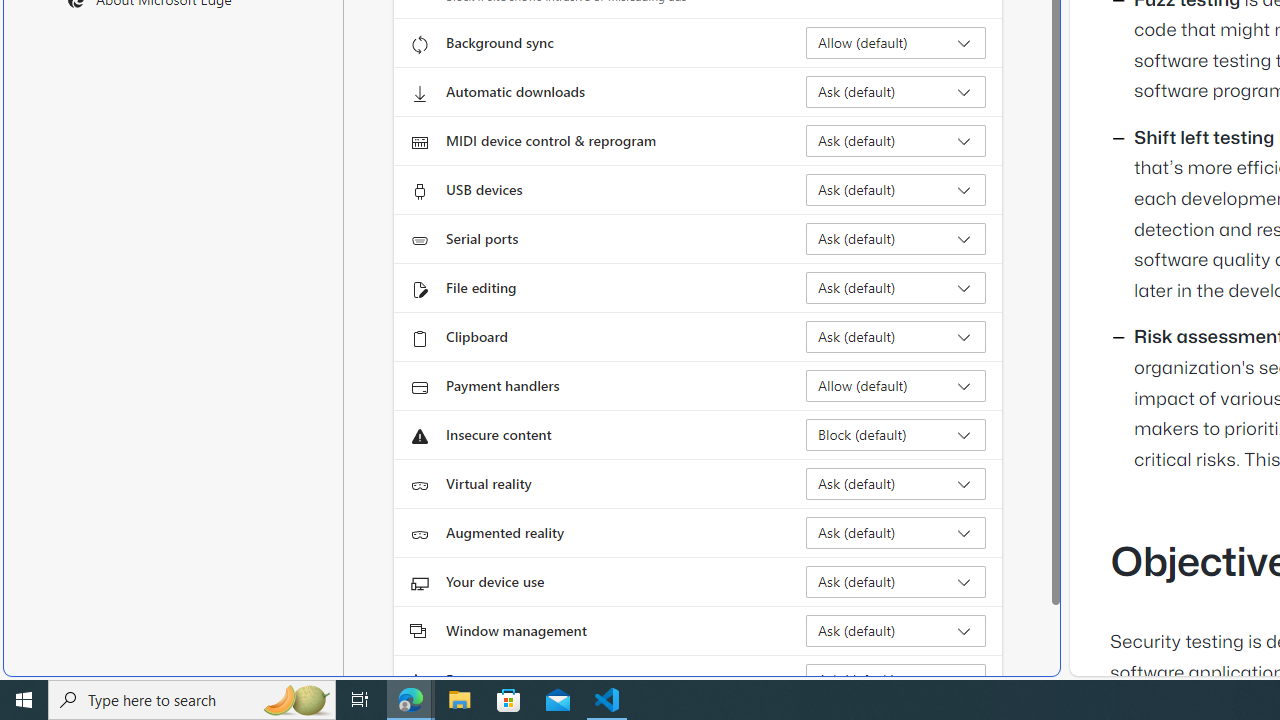  What do you see at coordinates (895, 190) in the screenshot?
I see `'USB devices Ask (default)'` at bounding box center [895, 190].